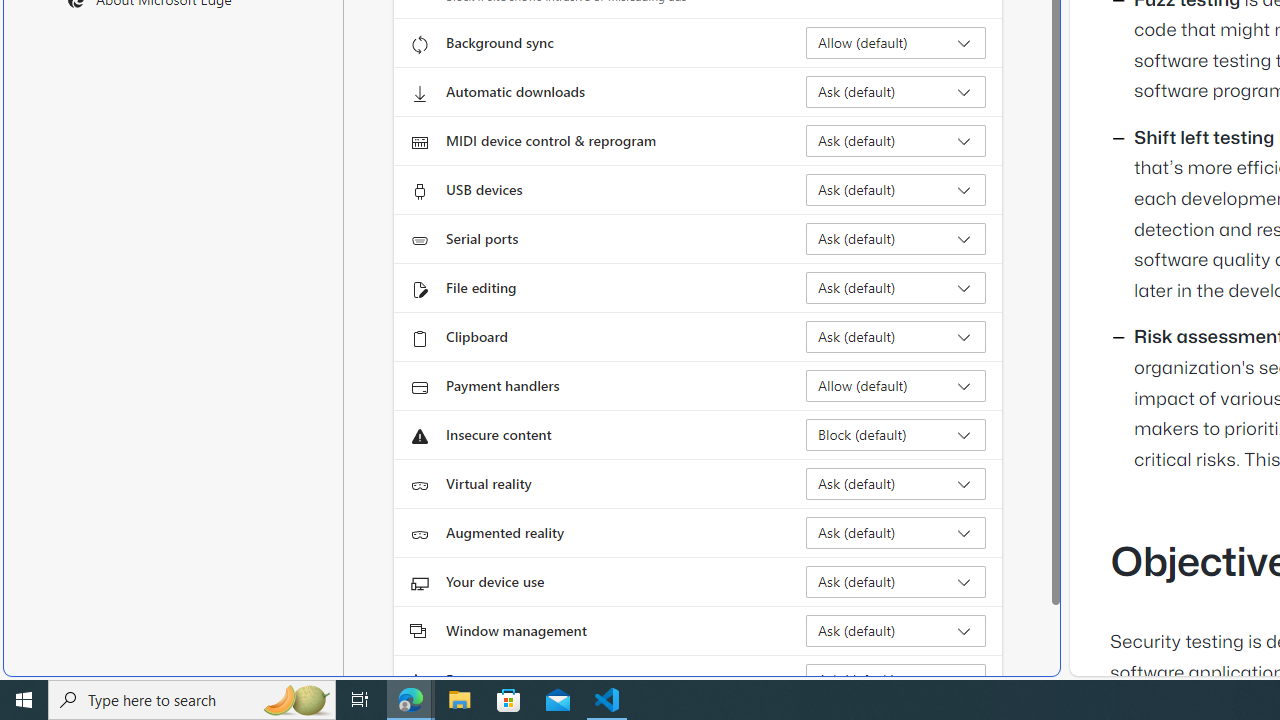  What do you see at coordinates (895, 190) in the screenshot?
I see `'USB devices Ask (default)'` at bounding box center [895, 190].